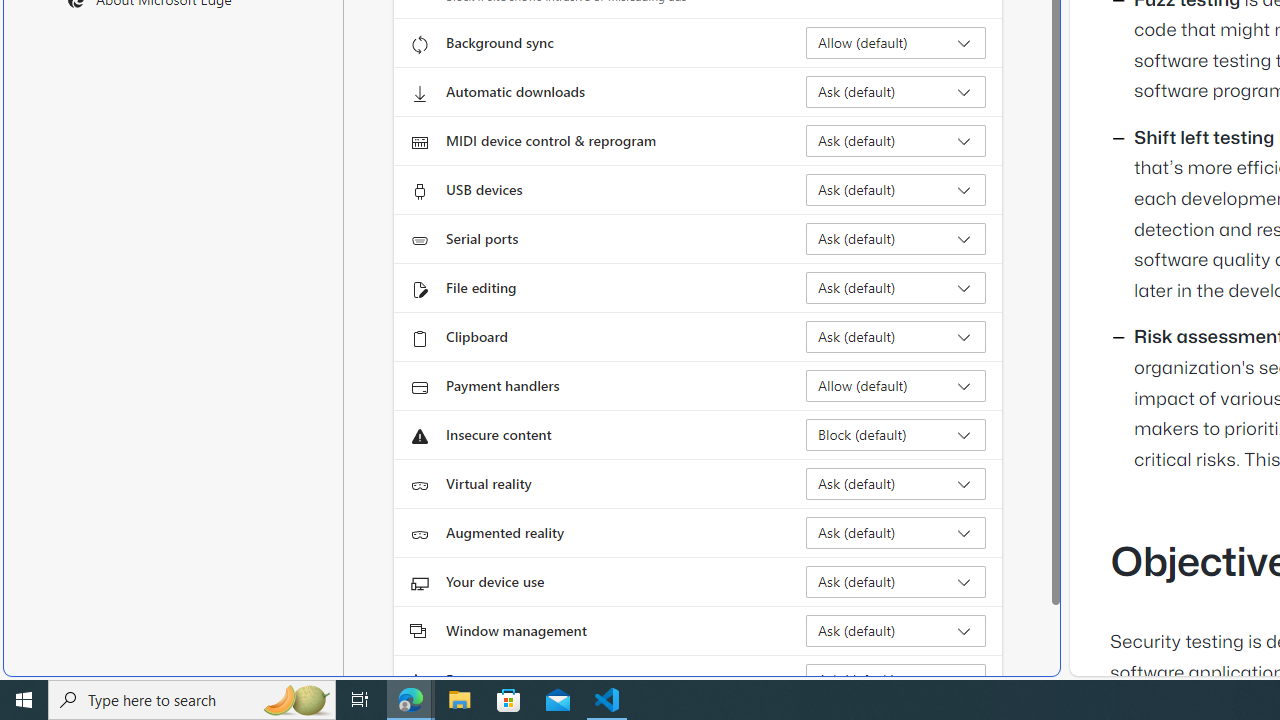  What do you see at coordinates (895, 190) in the screenshot?
I see `'USB devices Ask (default)'` at bounding box center [895, 190].